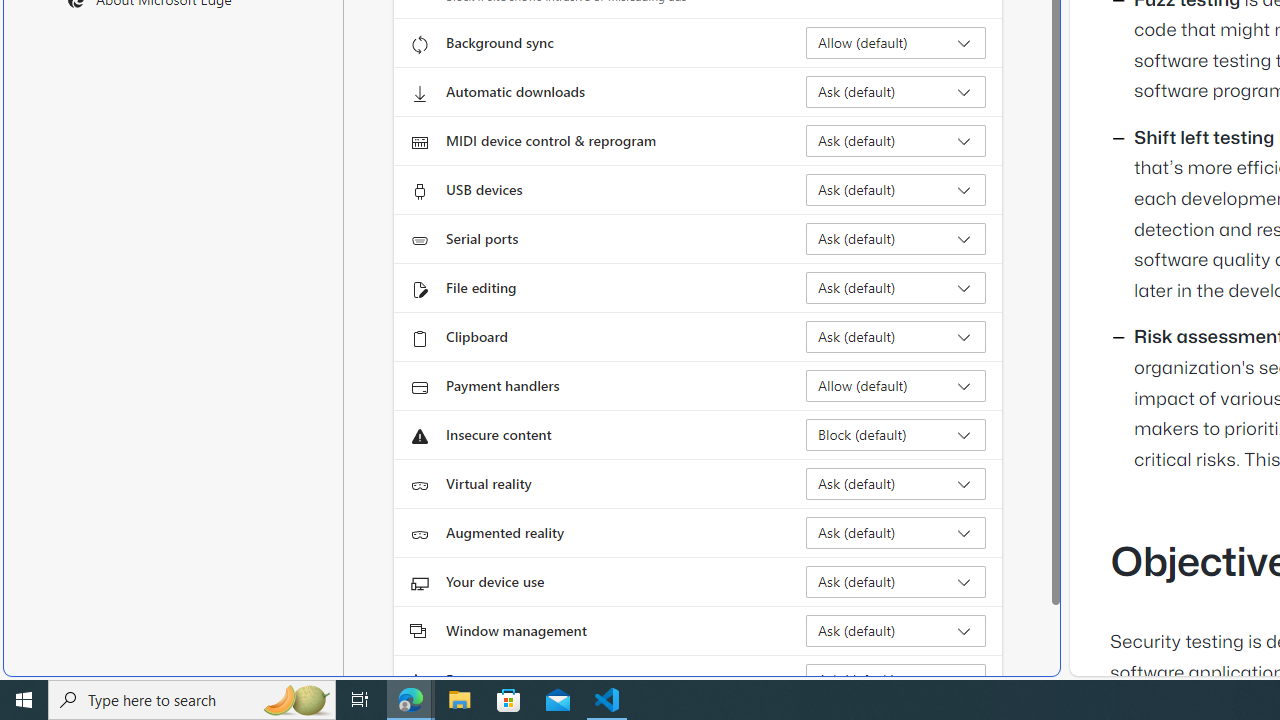  What do you see at coordinates (895, 190) in the screenshot?
I see `'USB devices Ask (default)'` at bounding box center [895, 190].